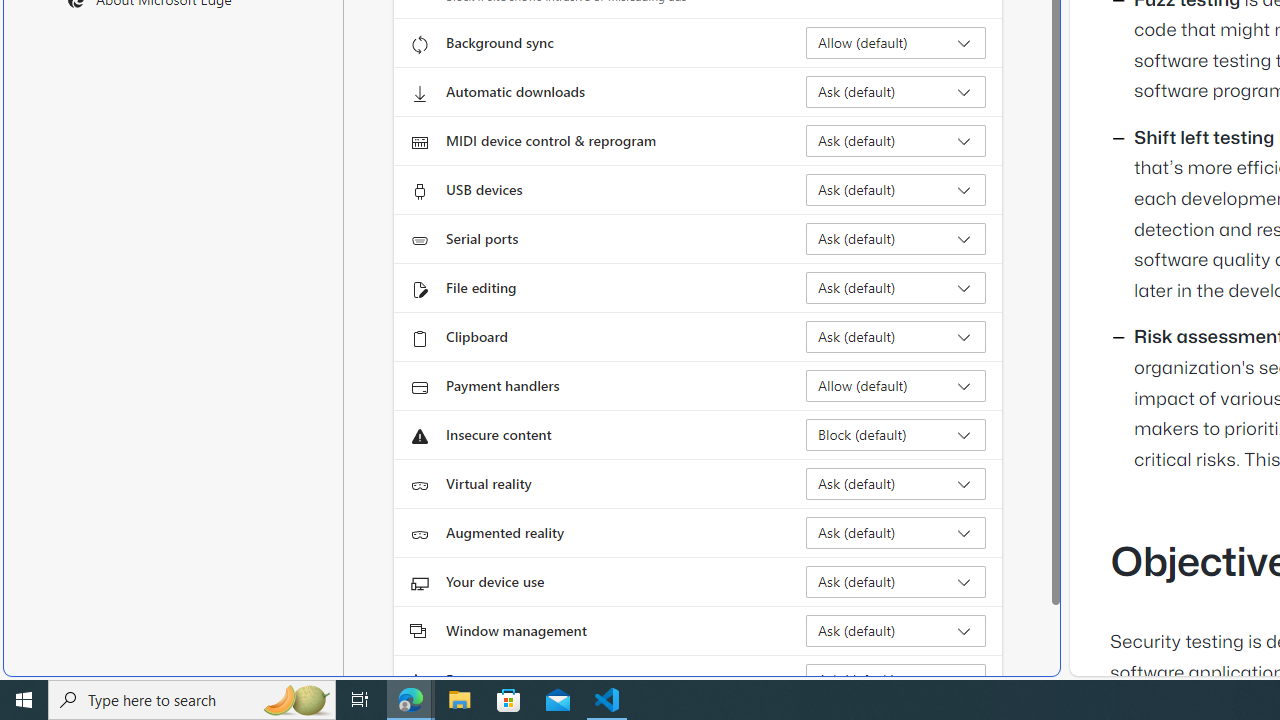  What do you see at coordinates (895, 190) in the screenshot?
I see `'USB devices Ask (default)'` at bounding box center [895, 190].